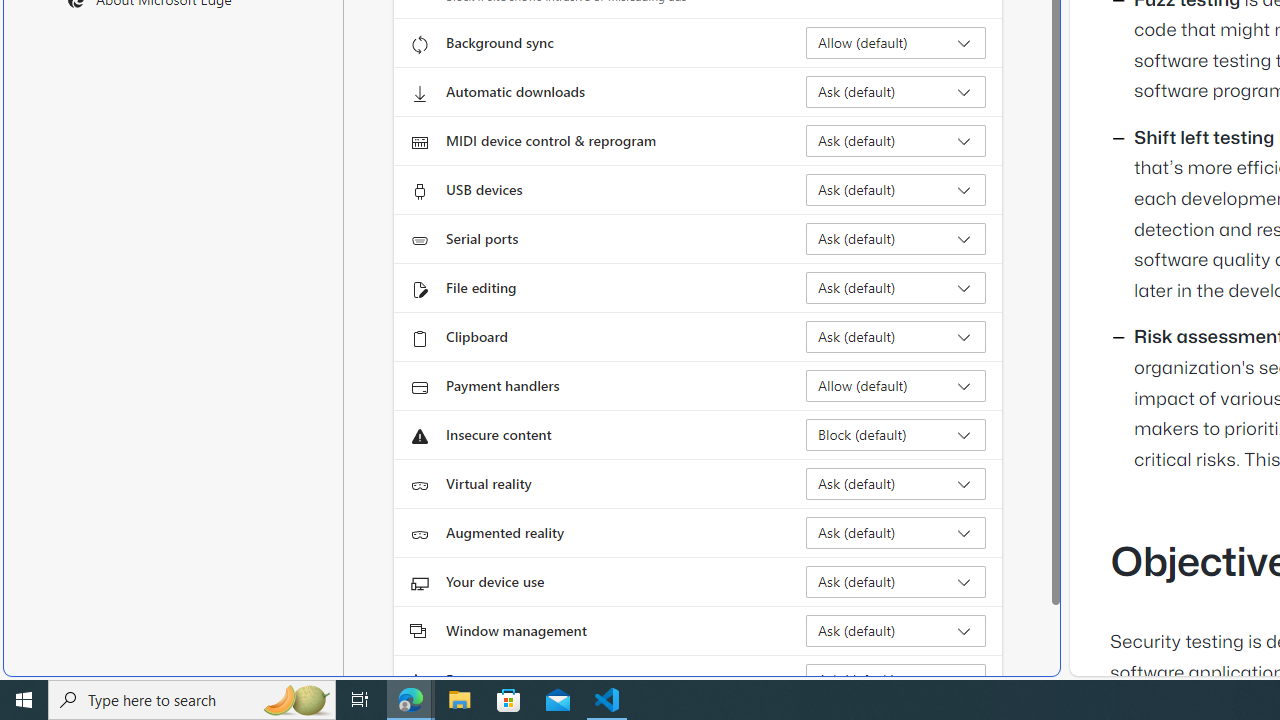  What do you see at coordinates (895, 190) in the screenshot?
I see `'USB devices Ask (default)'` at bounding box center [895, 190].